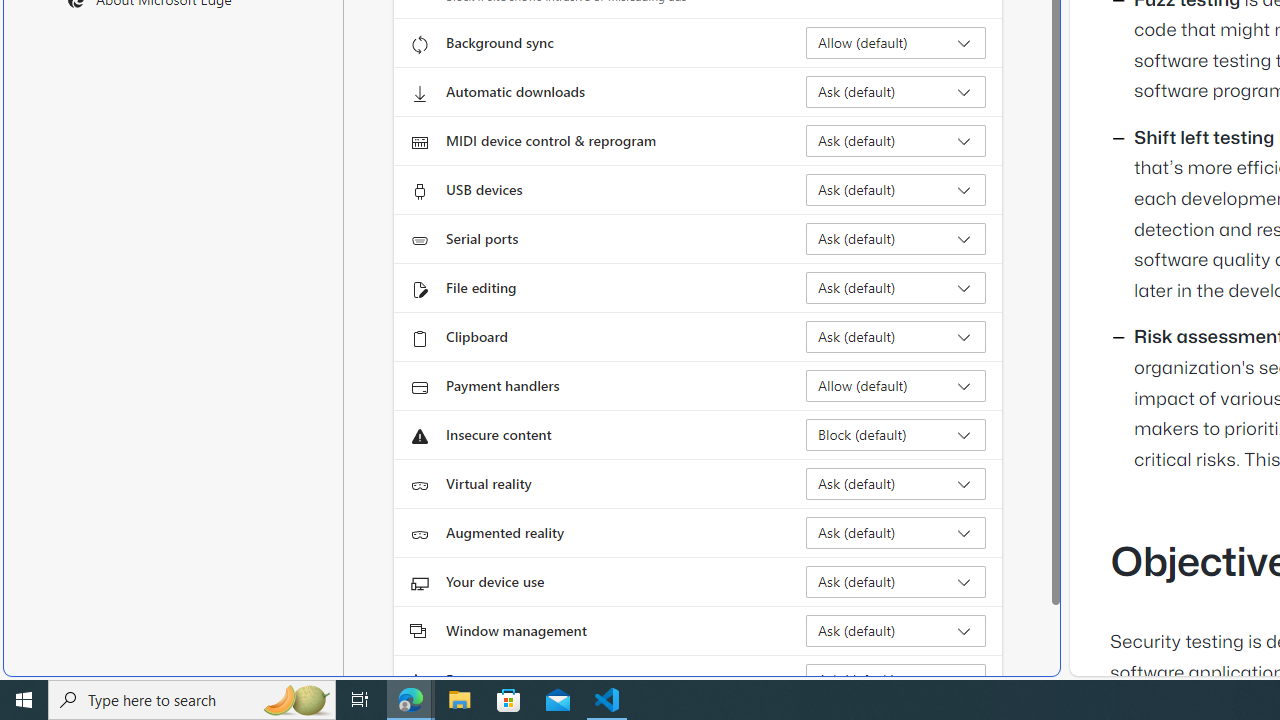  What do you see at coordinates (895, 190) in the screenshot?
I see `'USB devices Ask (default)'` at bounding box center [895, 190].